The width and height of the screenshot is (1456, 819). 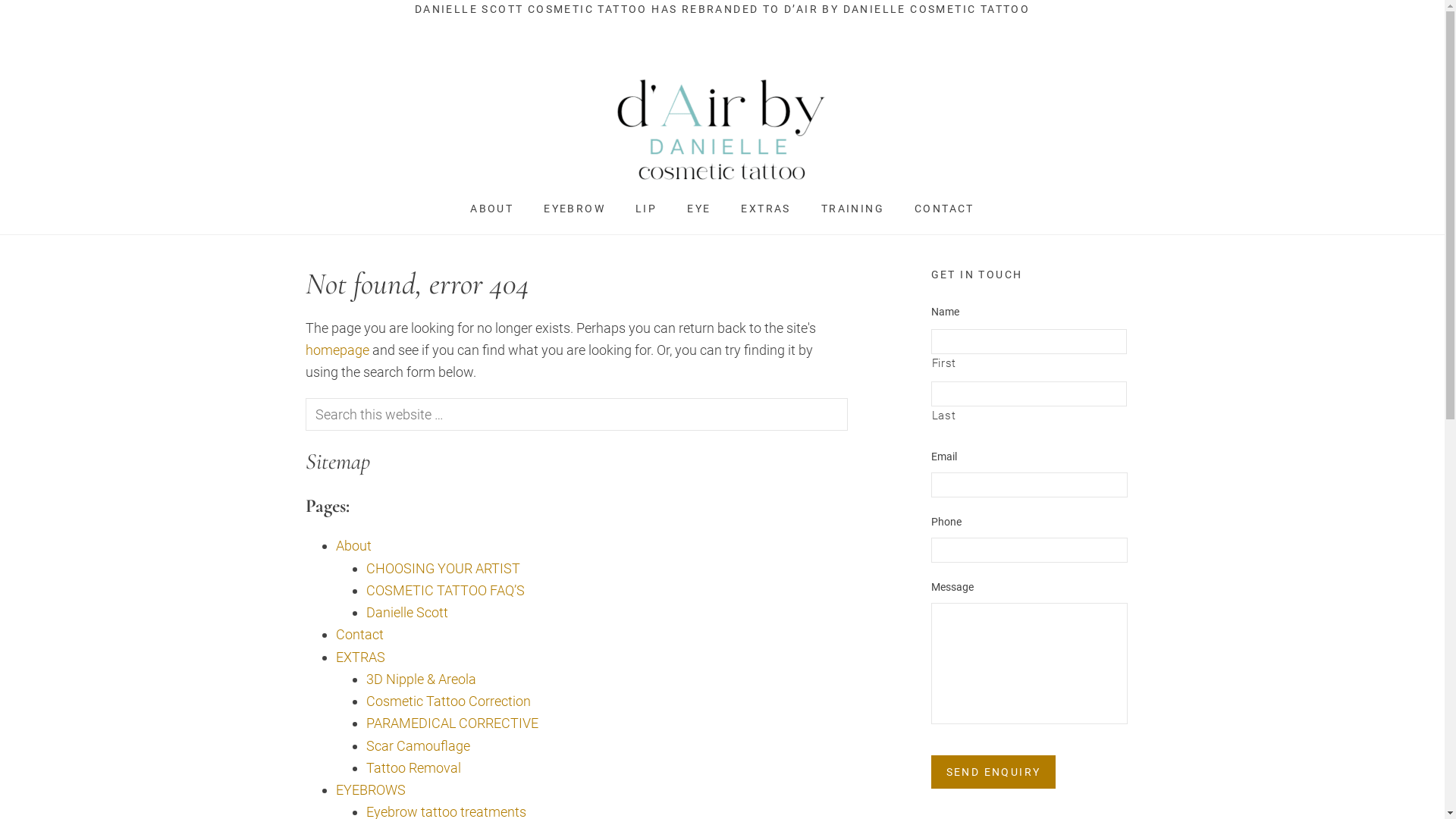 I want to click on 'CHOOSING YOUR ARTIST', so click(x=365, y=568).